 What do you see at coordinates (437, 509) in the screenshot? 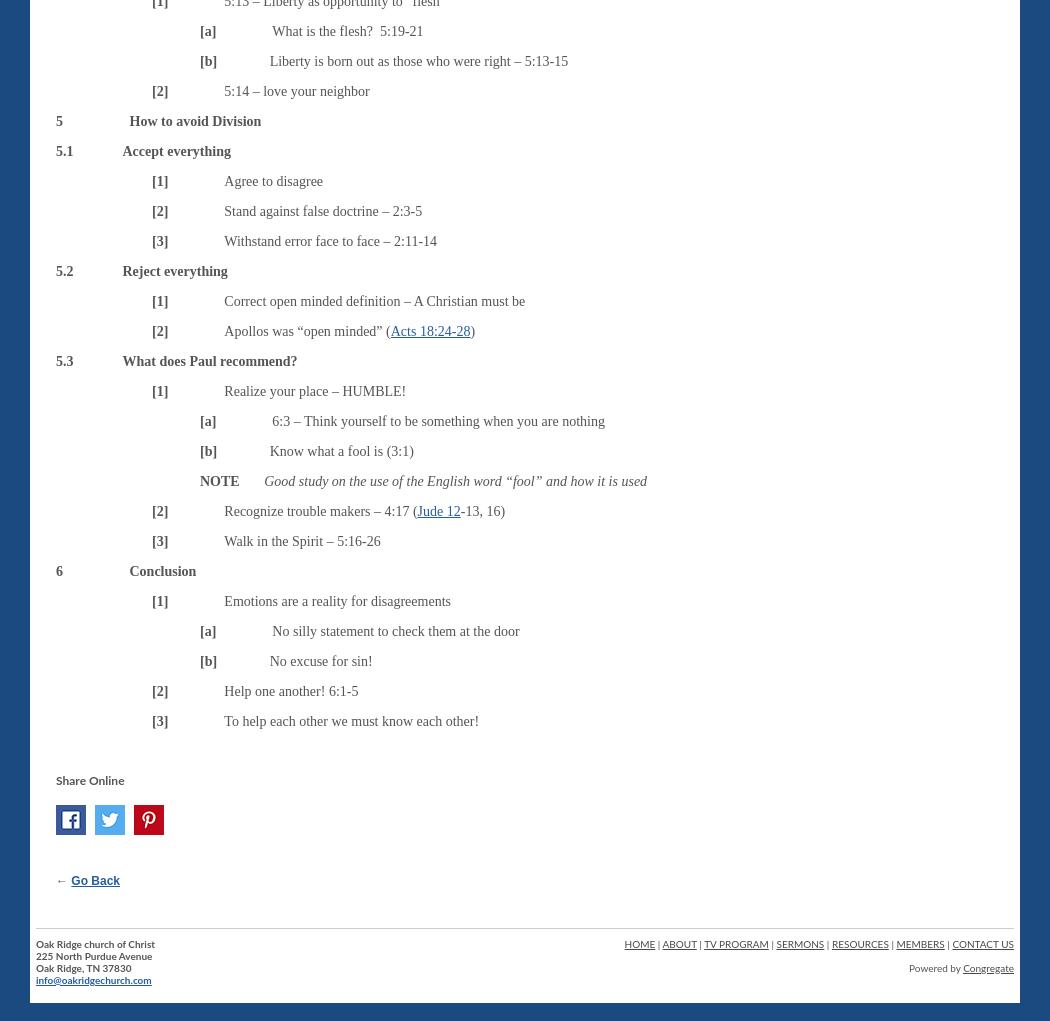
I see `'Jude 12'` at bounding box center [437, 509].